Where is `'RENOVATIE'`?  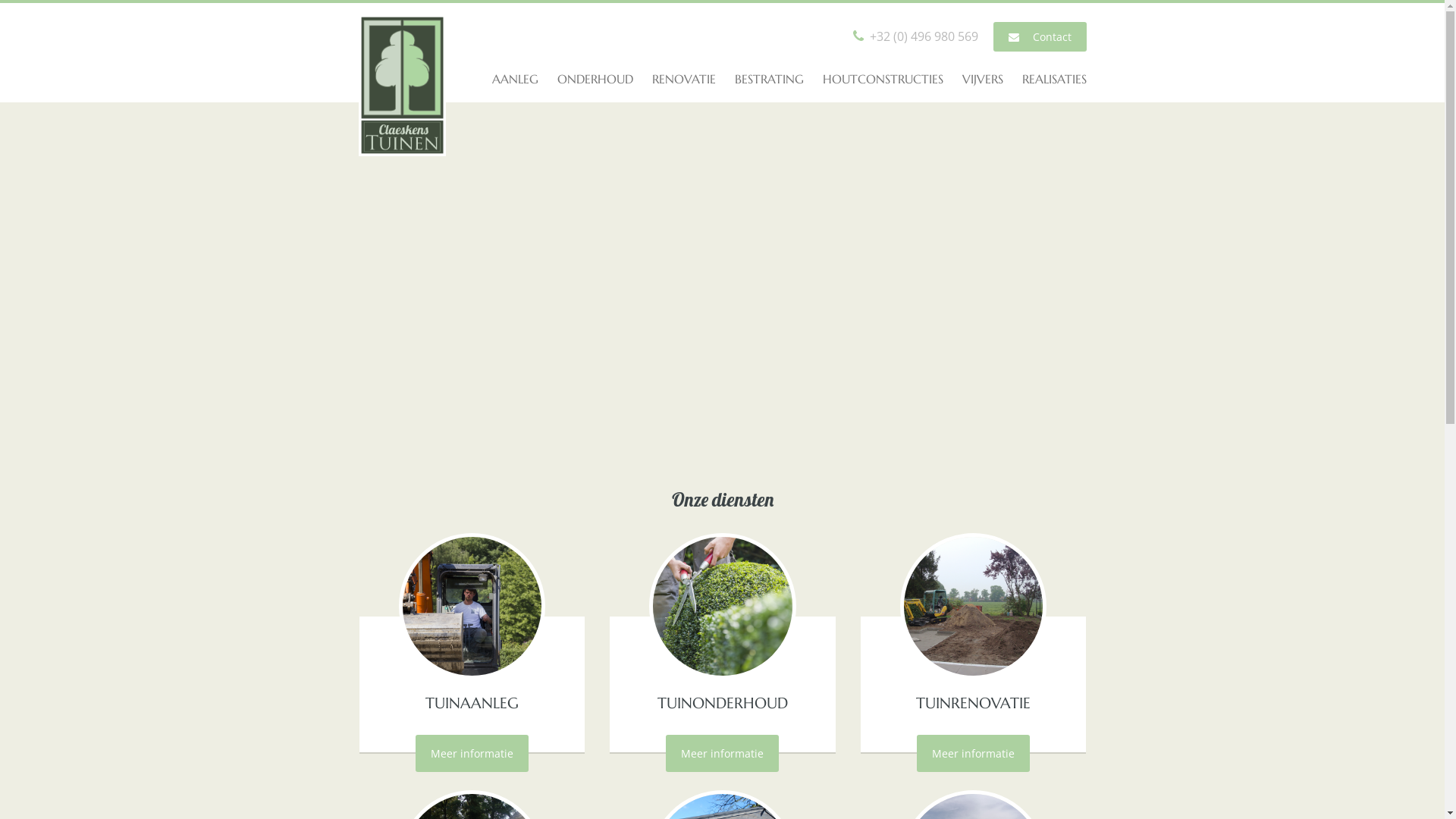 'RENOVATIE' is located at coordinates (651, 79).